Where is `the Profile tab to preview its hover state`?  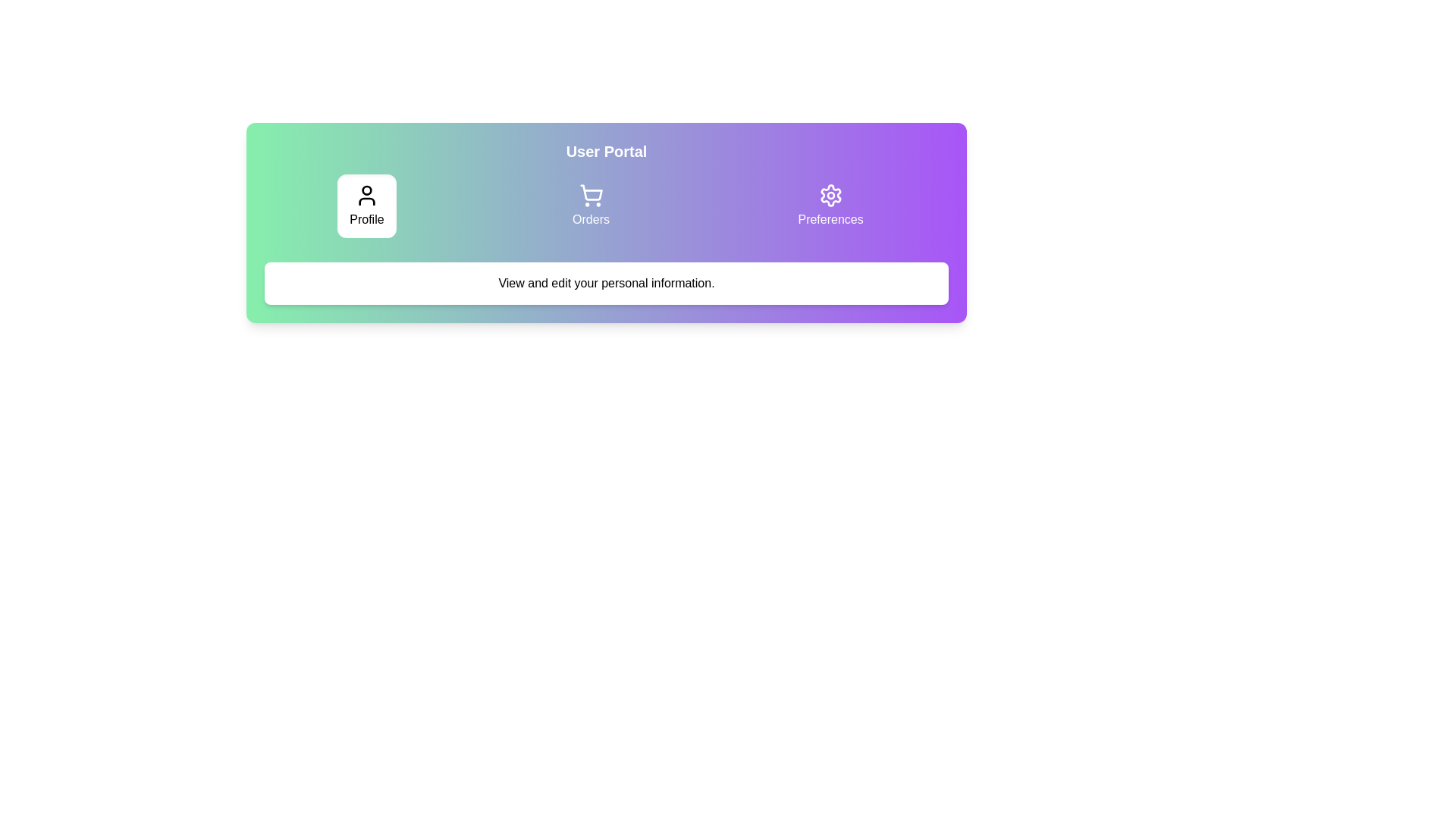 the Profile tab to preview its hover state is located at coordinates (366, 206).